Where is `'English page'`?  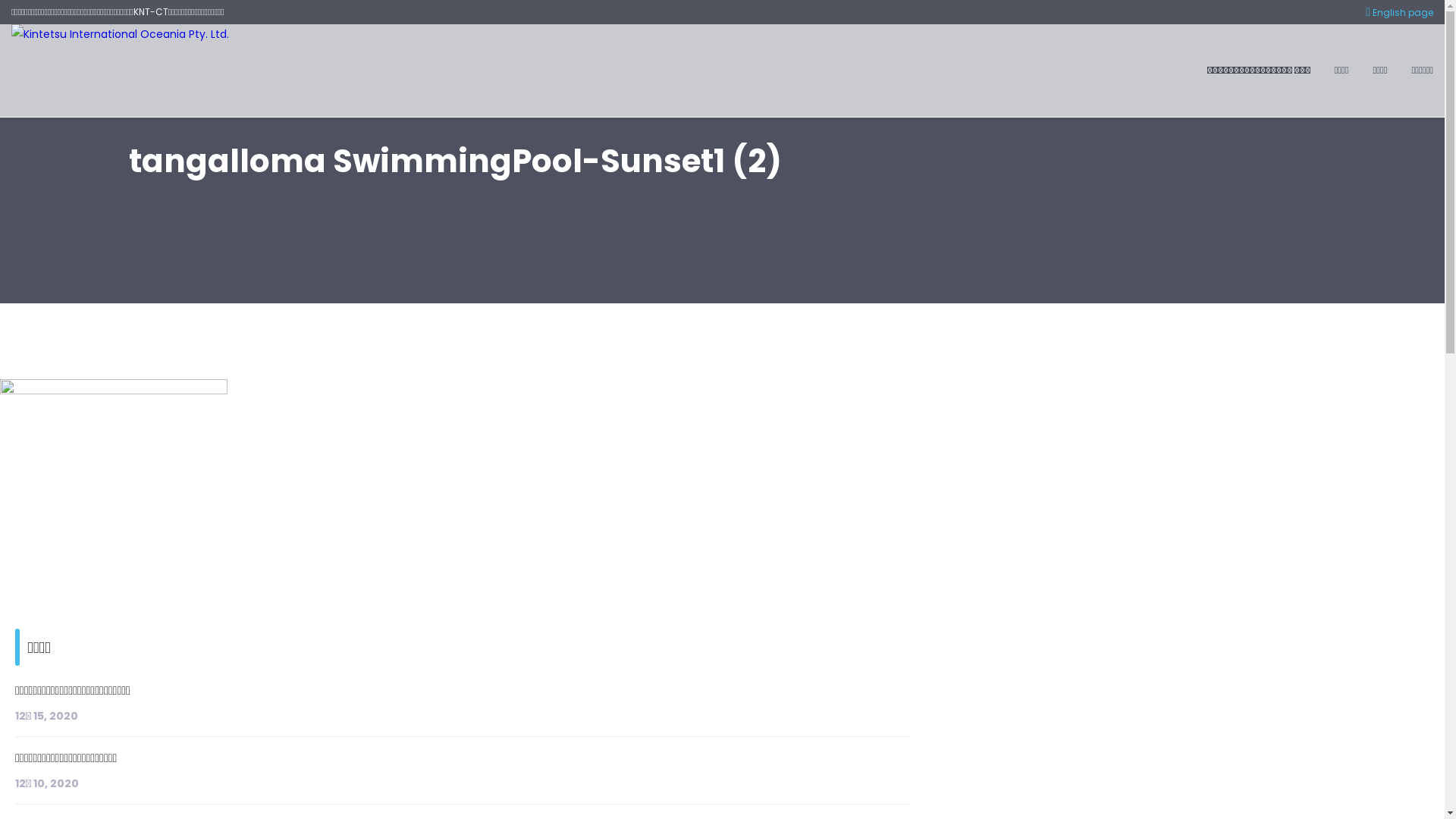 'English page' is located at coordinates (1398, 12).